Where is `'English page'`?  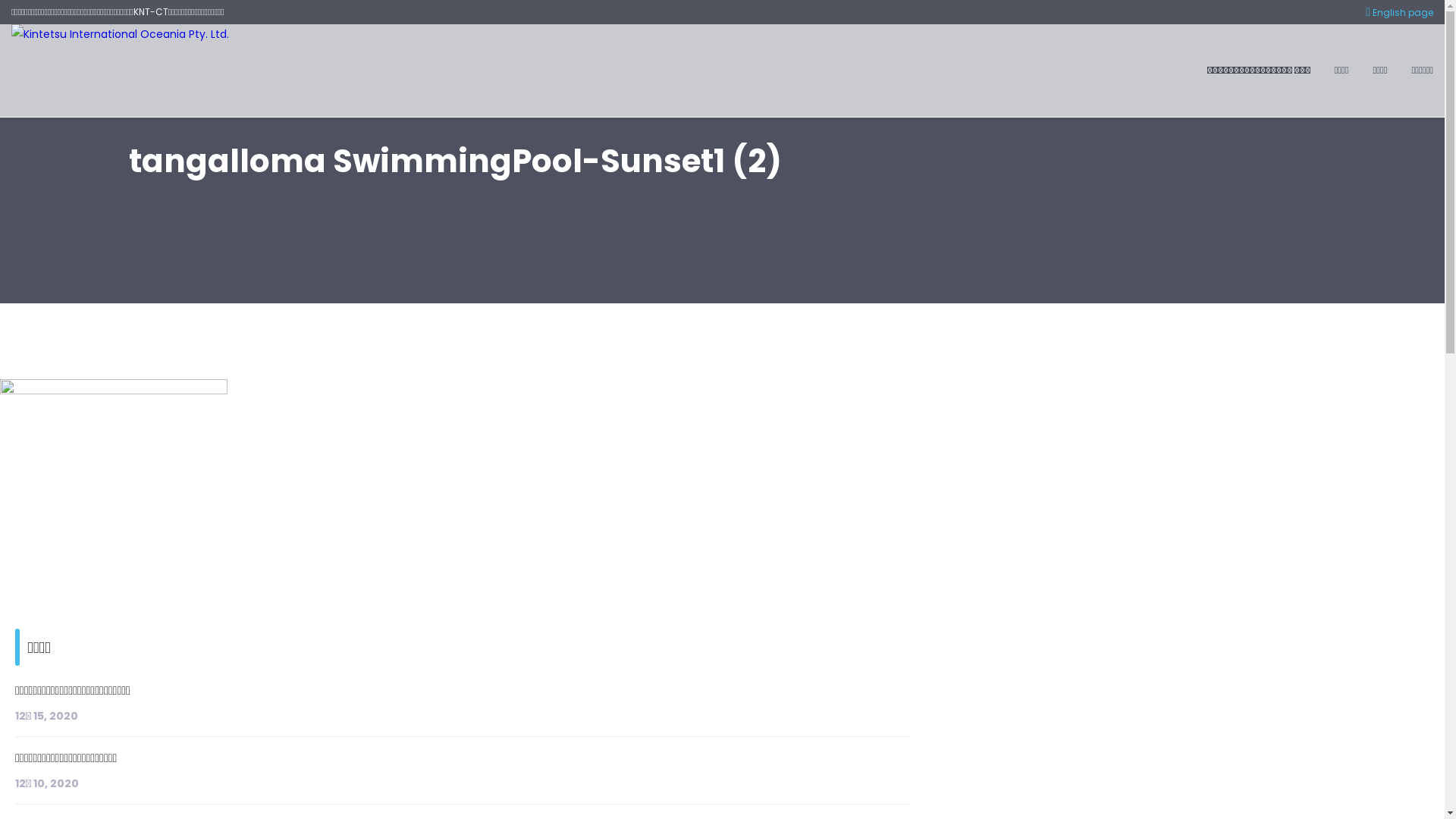 'English page' is located at coordinates (1398, 12).